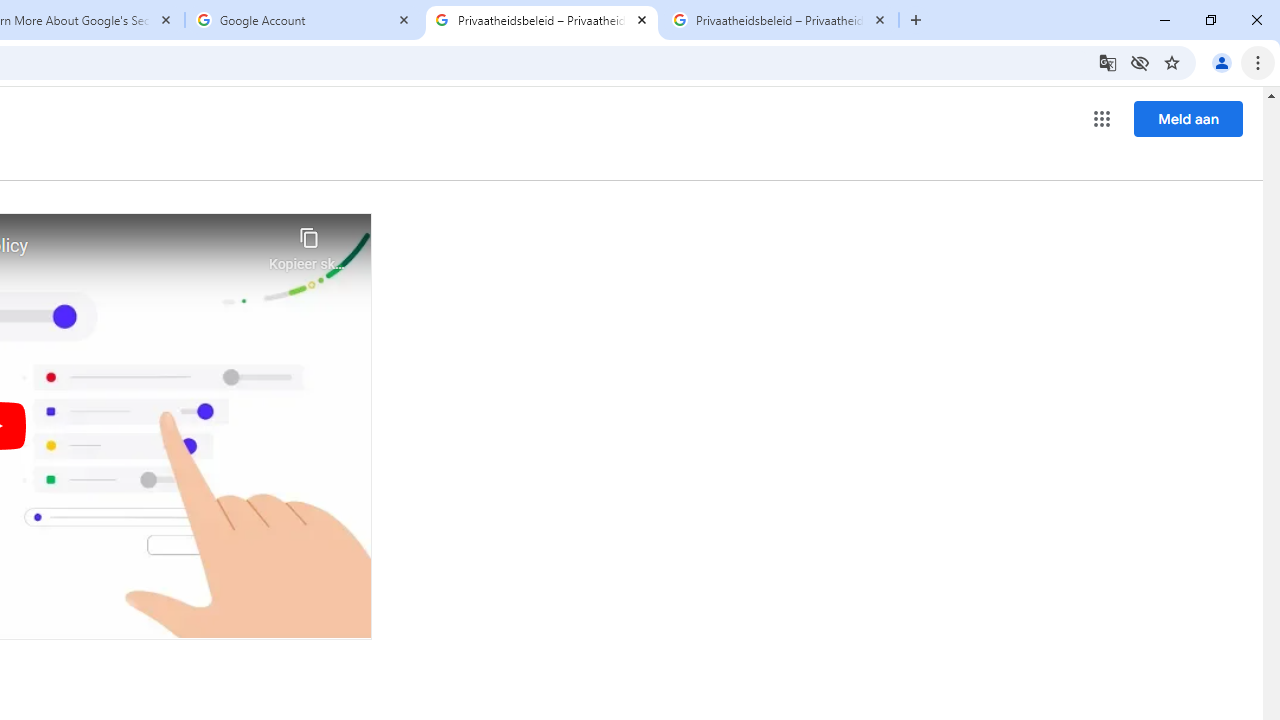  I want to click on 'Translate this page', so click(1106, 61).